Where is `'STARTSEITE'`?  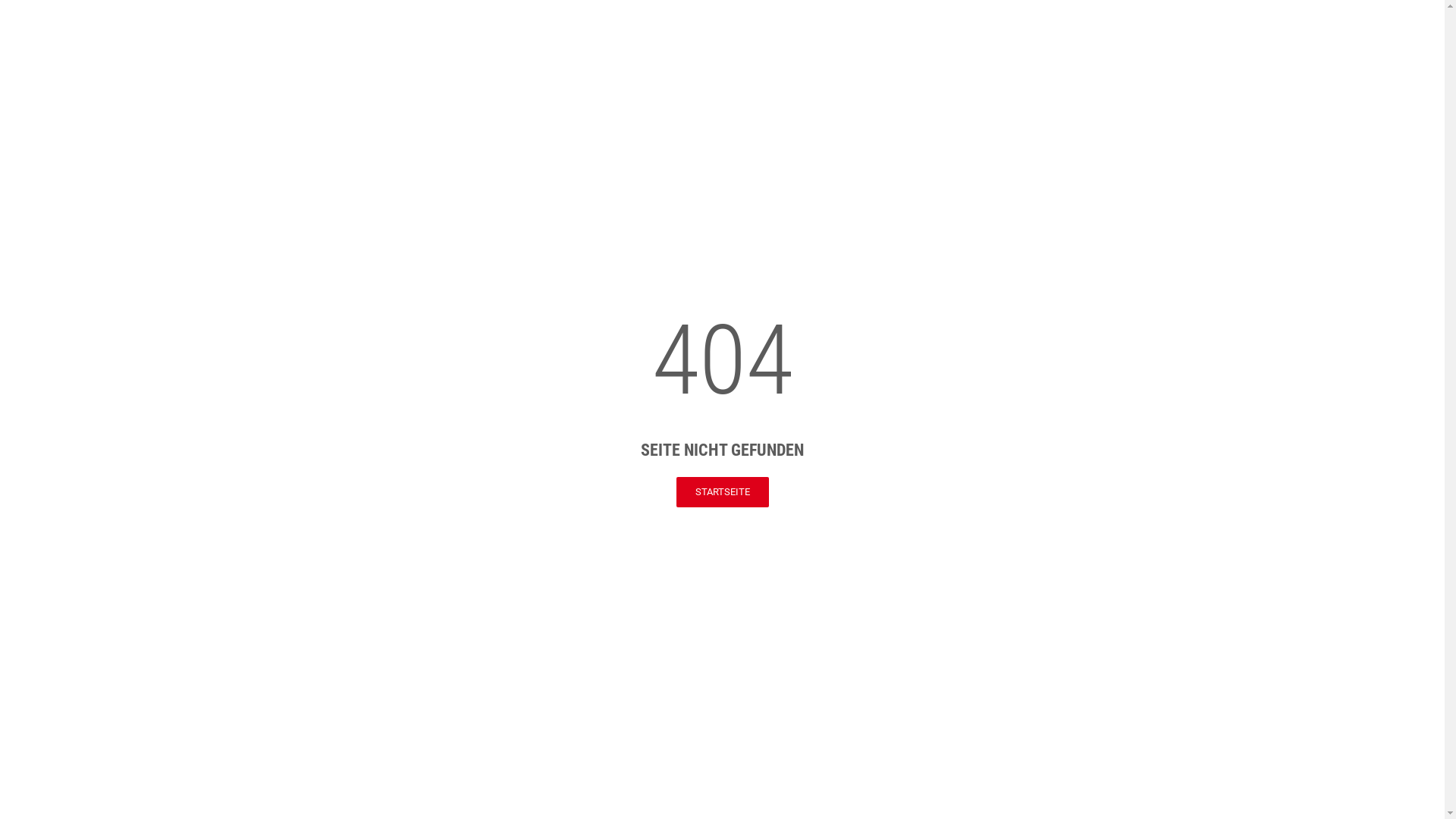 'STARTSEITE' is located at coordinates (722, 491).